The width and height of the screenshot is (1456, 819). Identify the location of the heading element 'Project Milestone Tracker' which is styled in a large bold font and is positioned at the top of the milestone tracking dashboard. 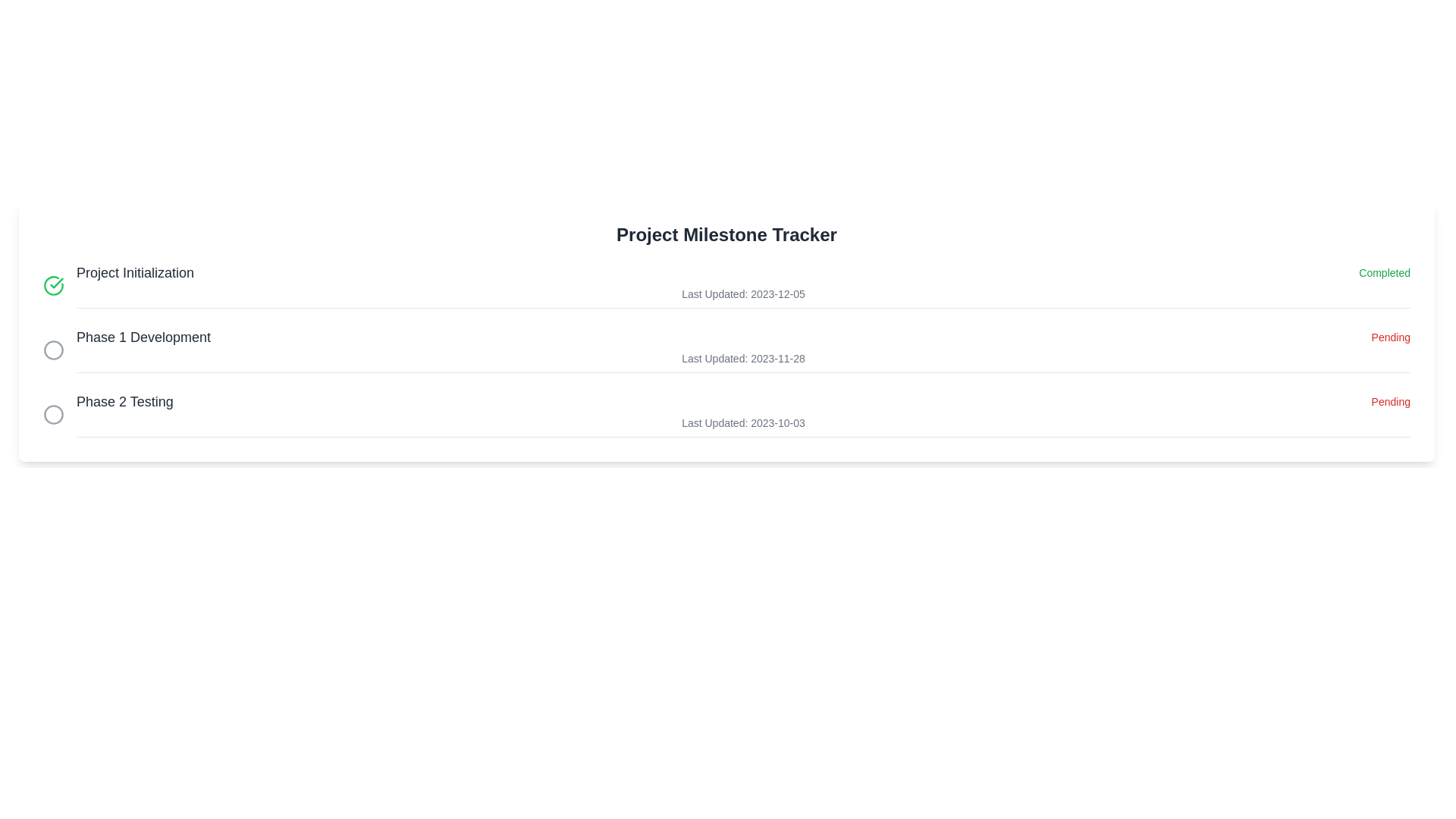
(726, 234).